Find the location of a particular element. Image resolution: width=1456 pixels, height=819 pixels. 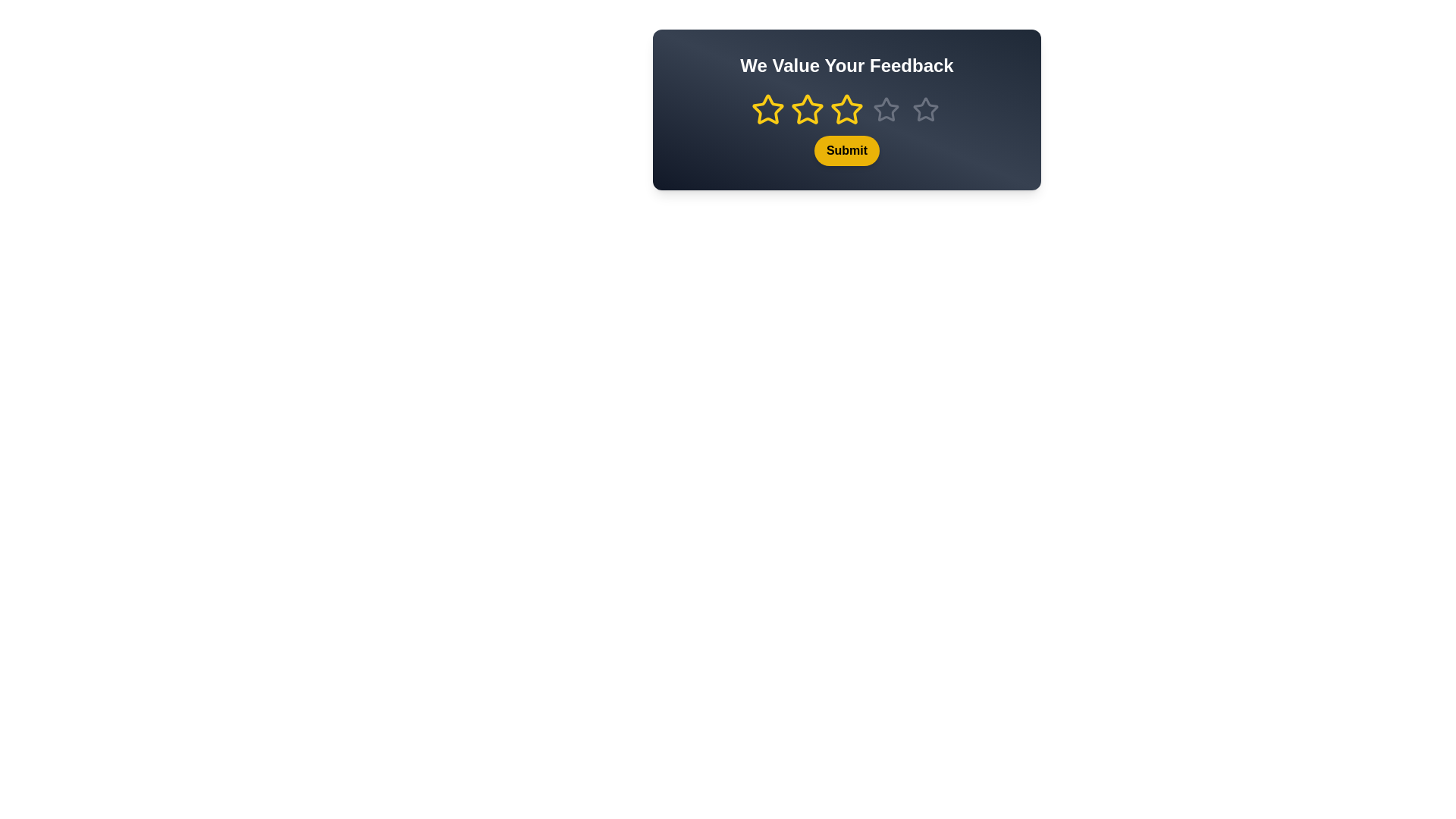

the third star in the Star Rating Component is located at coordinates (846, 109).